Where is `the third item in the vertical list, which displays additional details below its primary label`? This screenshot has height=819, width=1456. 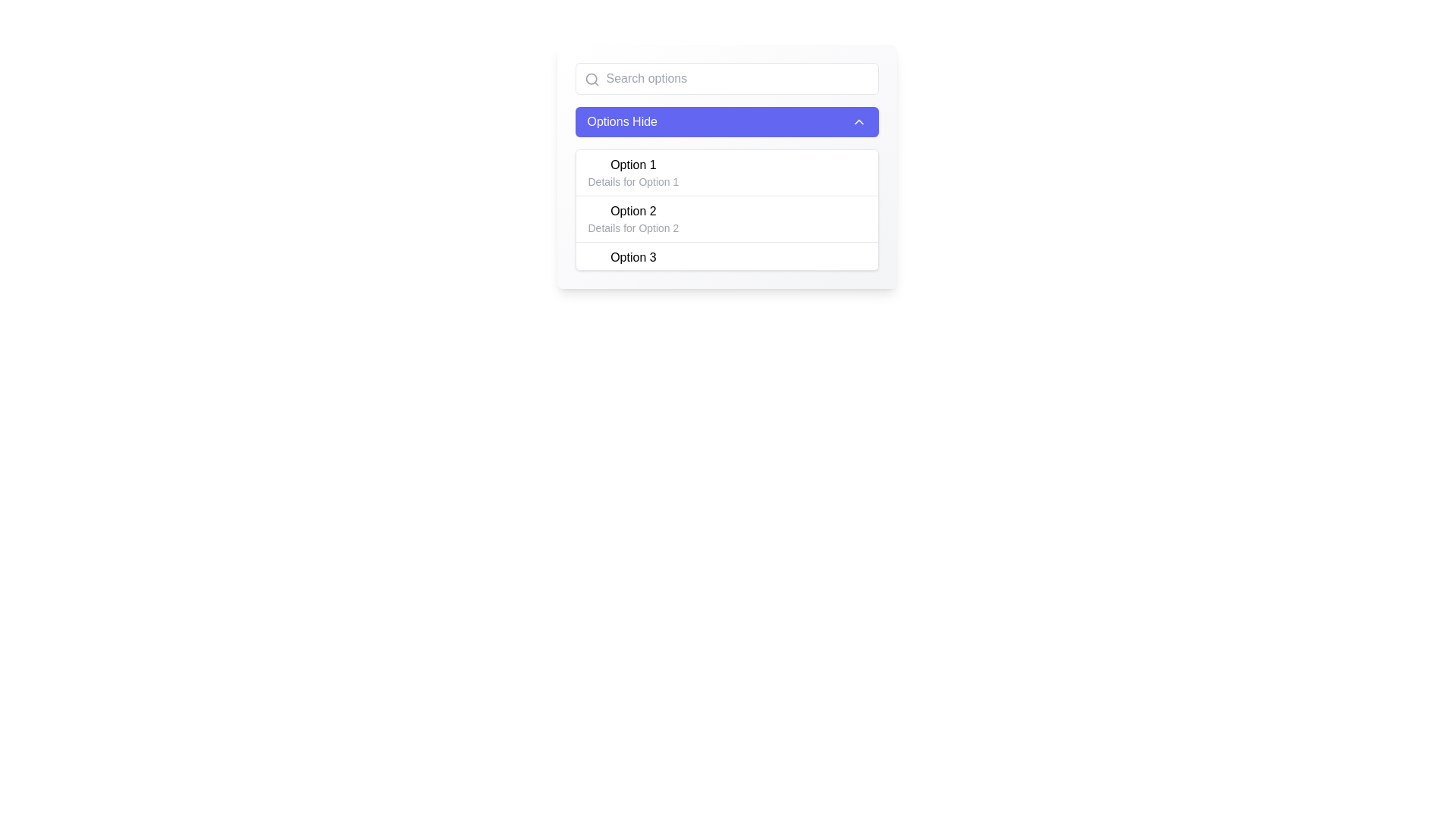 the third item in the vertical list, which displays additional details below its primary label is located at coordinates (633, 265).